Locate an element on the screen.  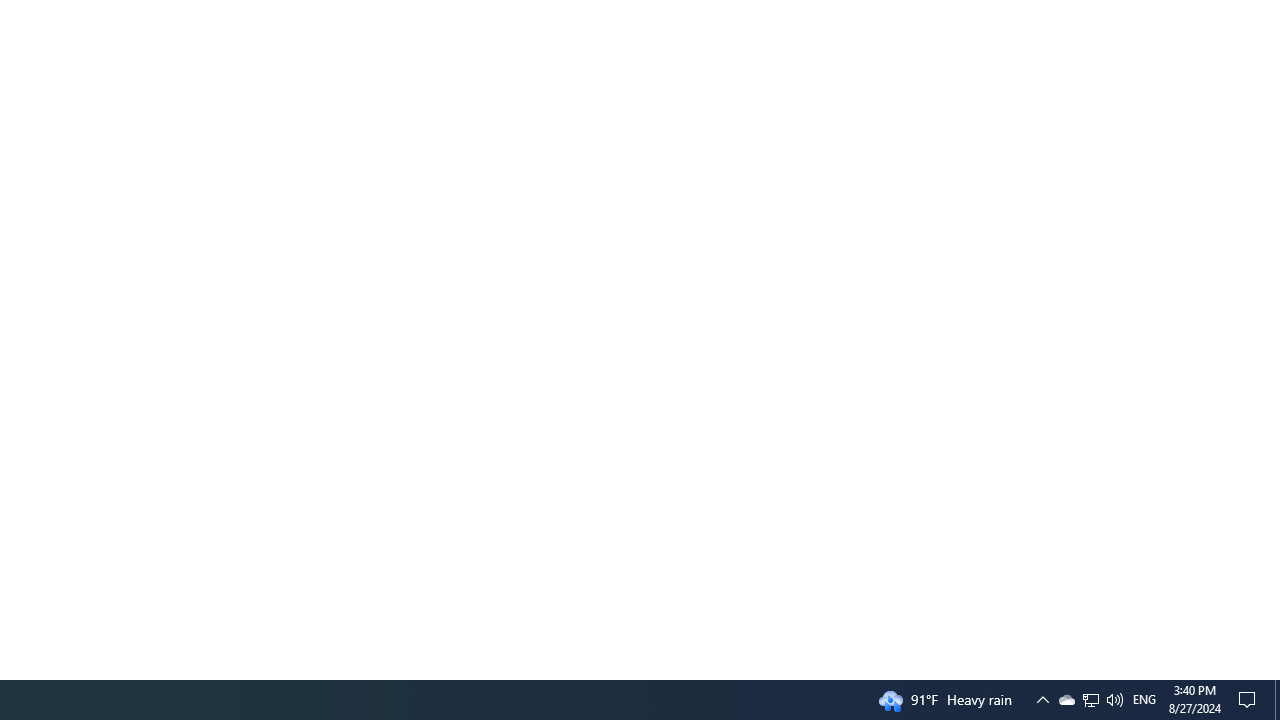
'Notification Chevron' is located at coordinates (1090, 698).